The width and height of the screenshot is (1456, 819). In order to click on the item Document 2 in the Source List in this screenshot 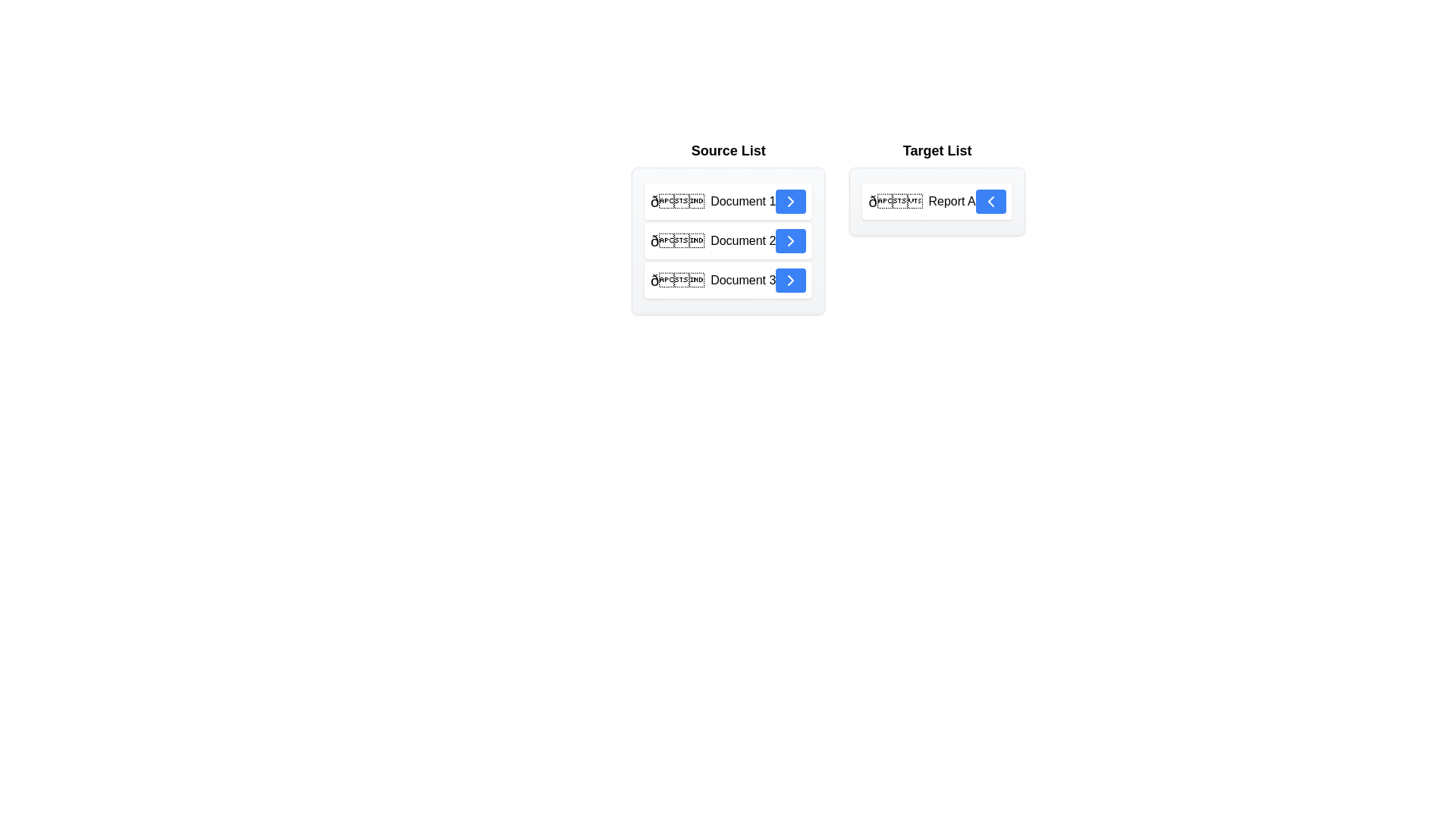, I will do `click(728, 240)`.